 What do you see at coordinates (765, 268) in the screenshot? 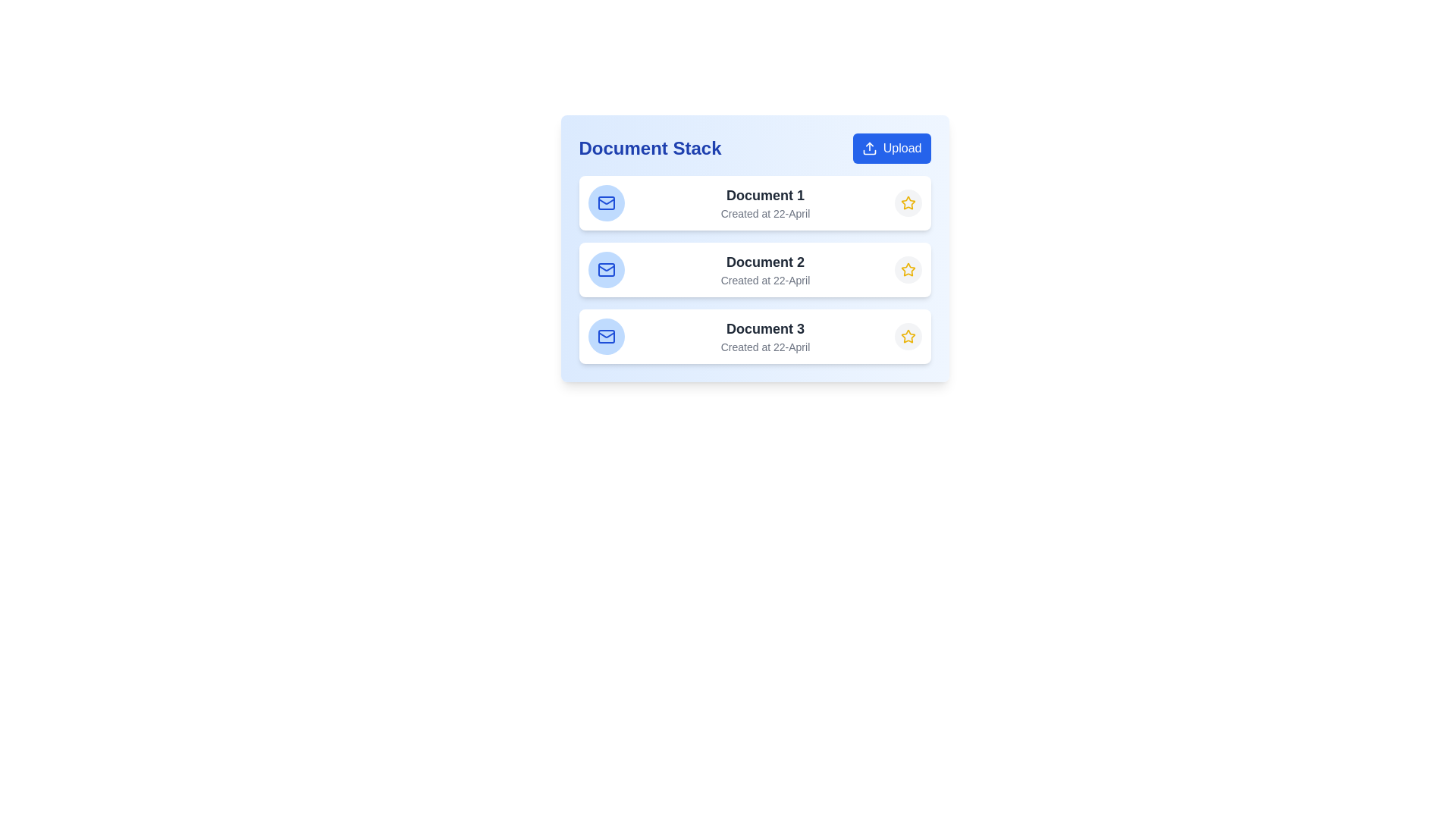
I see `the text label displaying 'Document 2'` at bounding box center [765, 268].